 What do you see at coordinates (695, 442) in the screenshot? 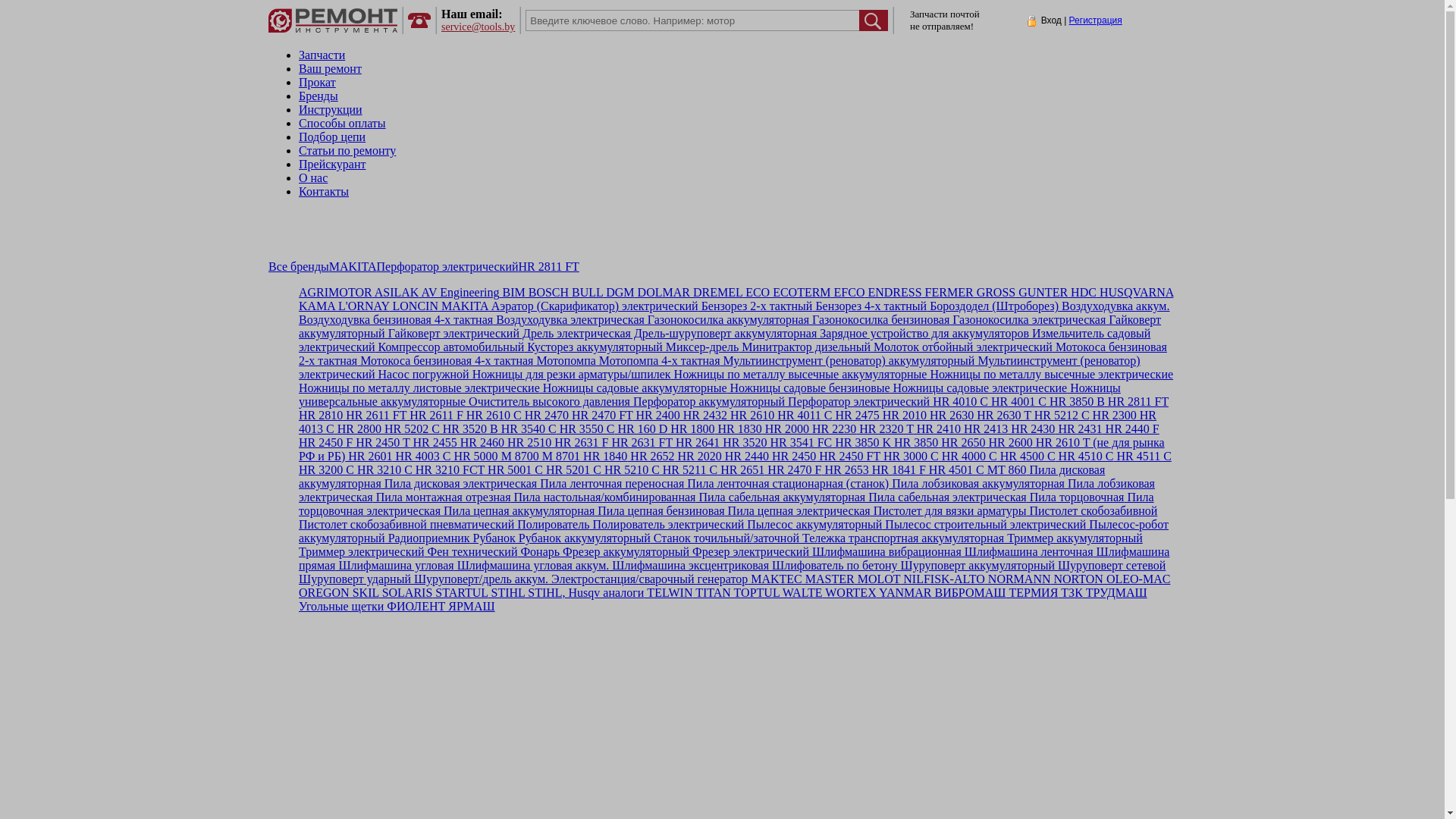
I see `'HR 2641'` at bounding box center [695, 442].